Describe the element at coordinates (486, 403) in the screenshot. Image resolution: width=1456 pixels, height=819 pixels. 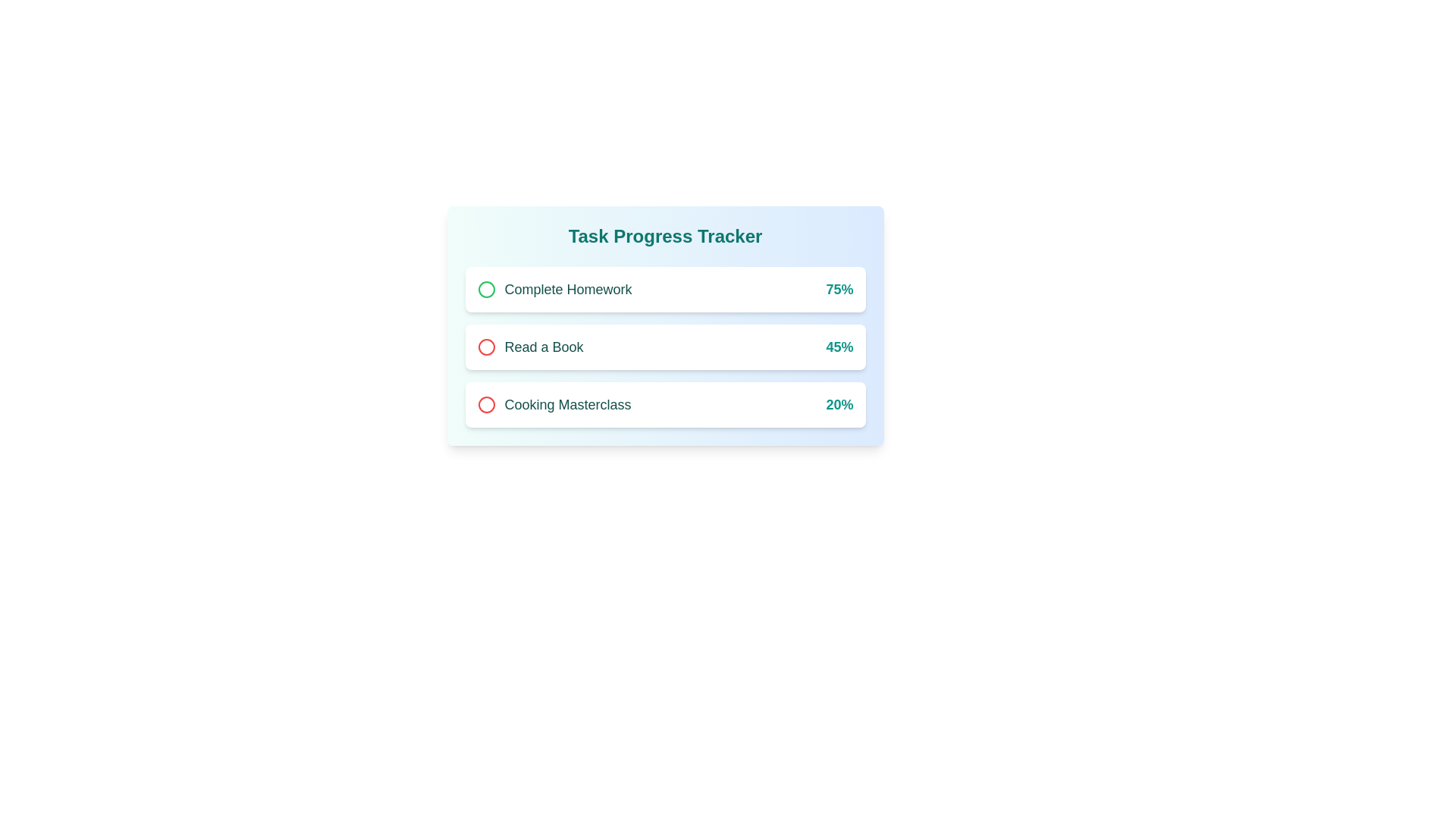
I see `the circular icon located adjacent to the 'Cooking Masterclass' entry in the task tracker, which is the third icon from the top` at that location.